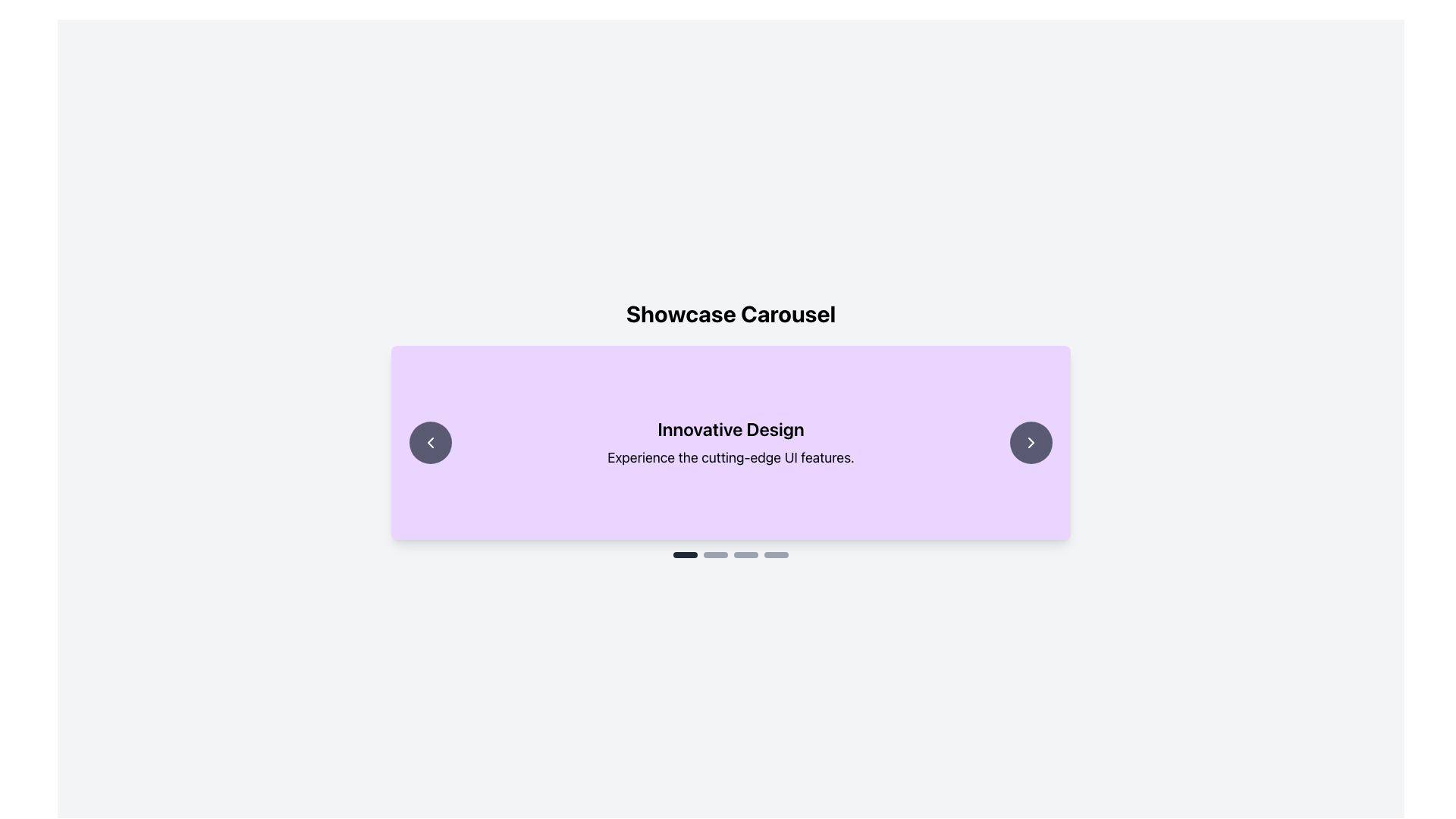 The height and width of the screenshot is (819, 1456). Describe the element at coordinates (731, 555) in the screenshot. I see `the Navigation Indicator located at the bottom of the content block` at that location.